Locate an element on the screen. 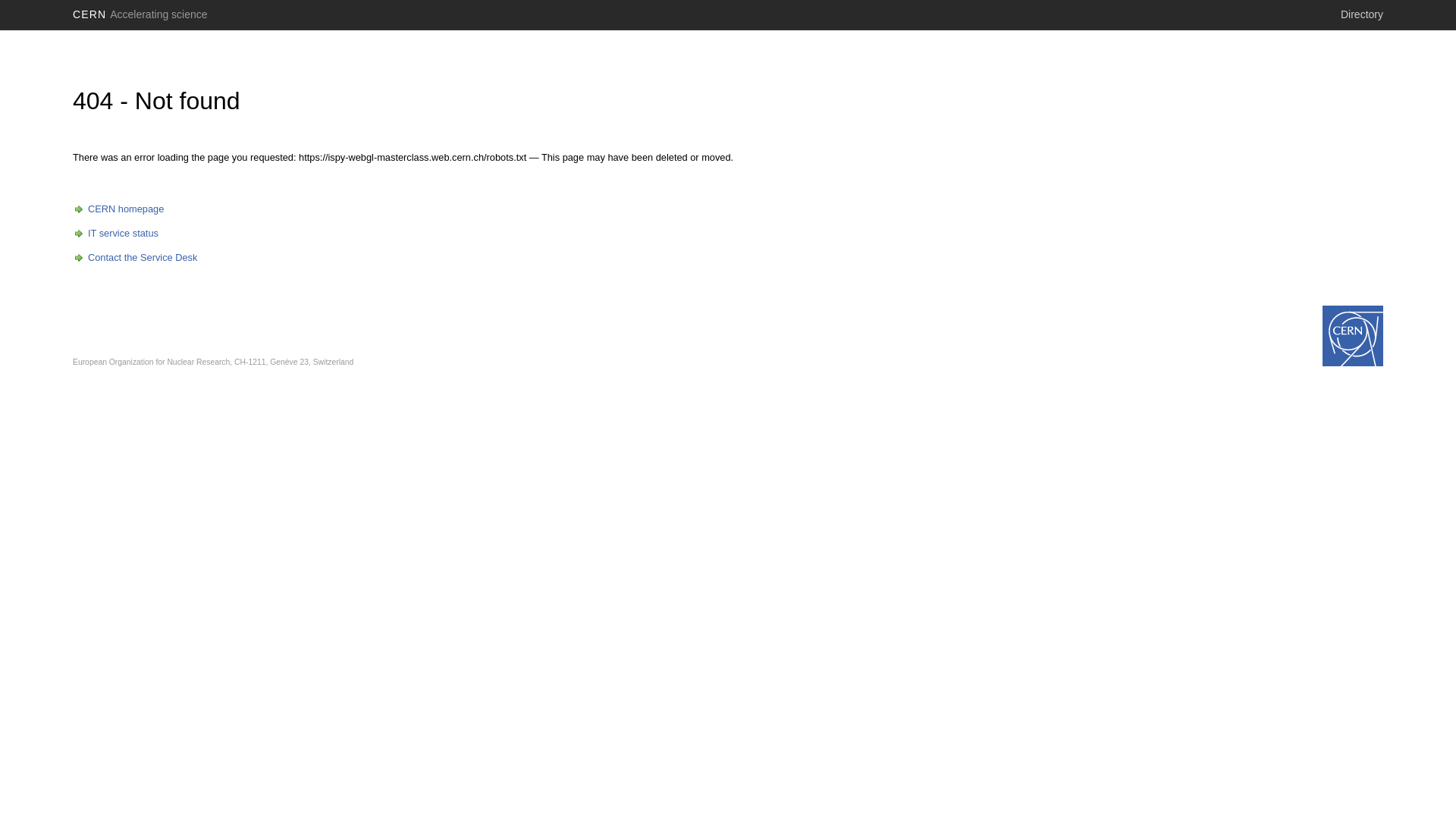 The image size is (1456, 819). 'IT service status' is located at coordinates (115, 233).